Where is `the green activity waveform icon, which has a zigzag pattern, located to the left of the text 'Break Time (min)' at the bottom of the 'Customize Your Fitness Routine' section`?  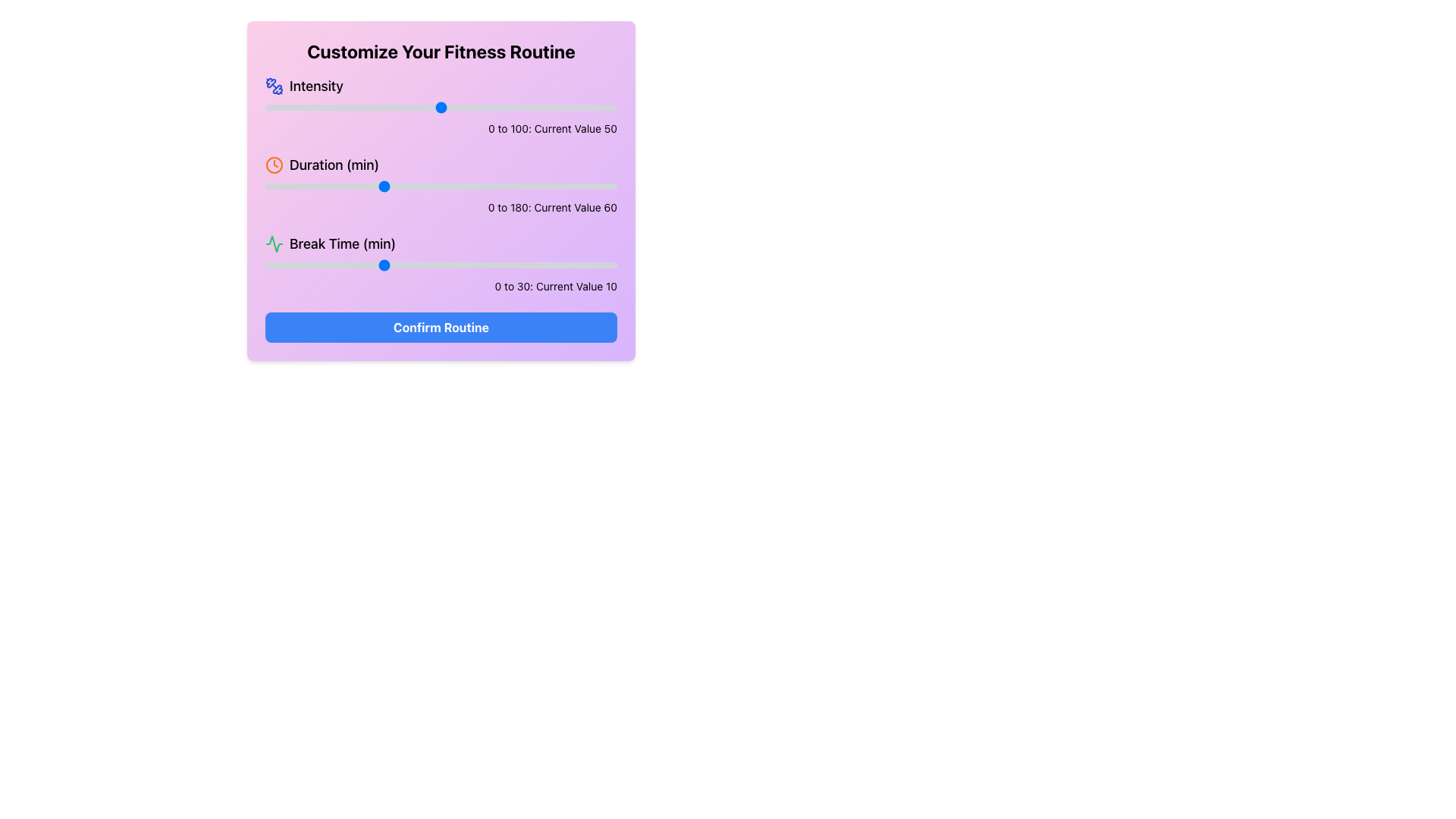 the green activity waveform icon, which has a zigzag pattern, located to the left of the text 'Break Time (min)' at the bottom of the 'Customize Your Fitness Routine' section is located at coordinates (274, 243).